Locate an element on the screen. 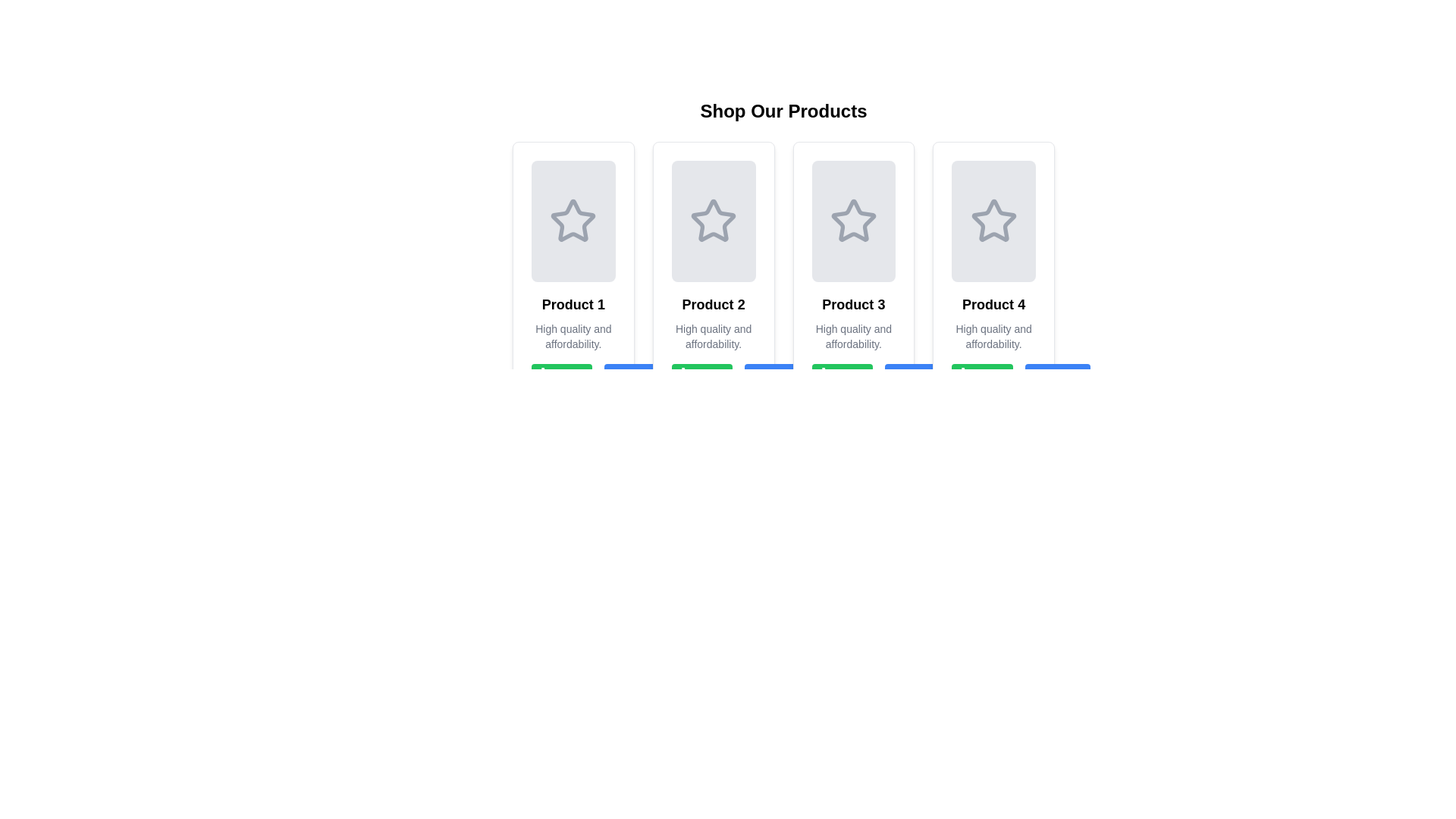 The width and height of the screenshot is (1456, 819). the decorative star icon used for product rating in the fourth product card titled 'Product 4' is located at coordinates (993, 220).